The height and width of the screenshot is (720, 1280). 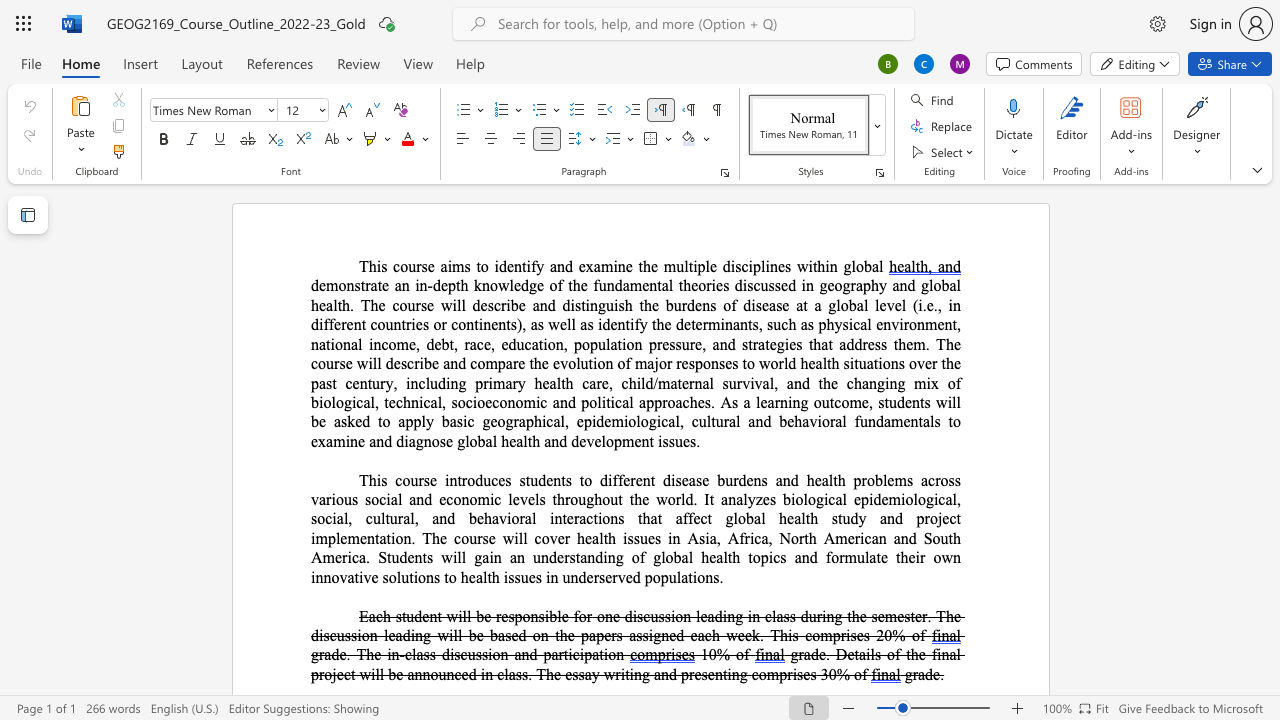 I want to click on the space between the continuous character ")" and "," in the text, so click(x=521, y=323).